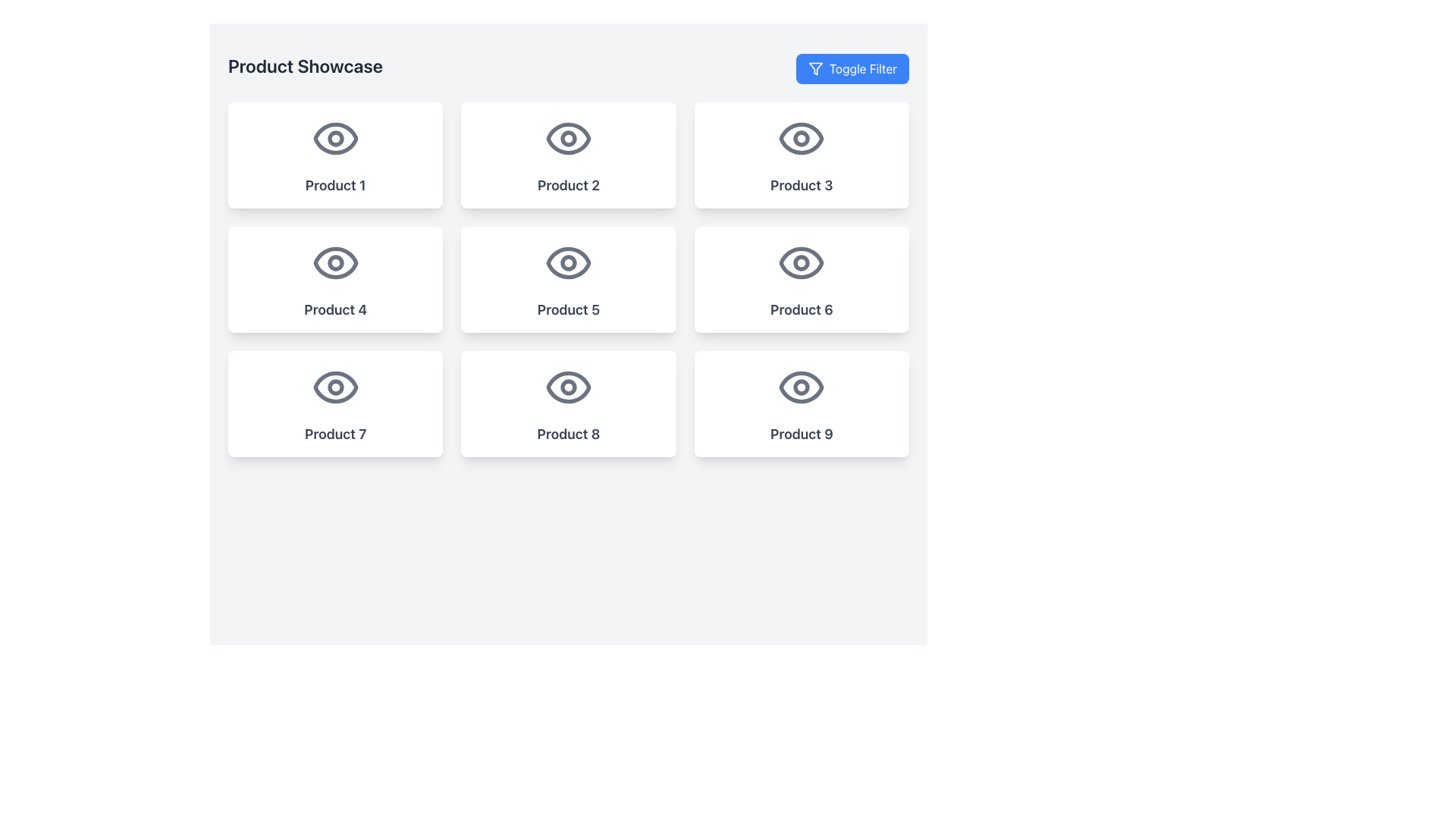  I want to click on the central circular part of the eye icon, which is the pupil area, located under the 'Product Showcase' heading in the top-left area of the grid layout, so click(334, 138).